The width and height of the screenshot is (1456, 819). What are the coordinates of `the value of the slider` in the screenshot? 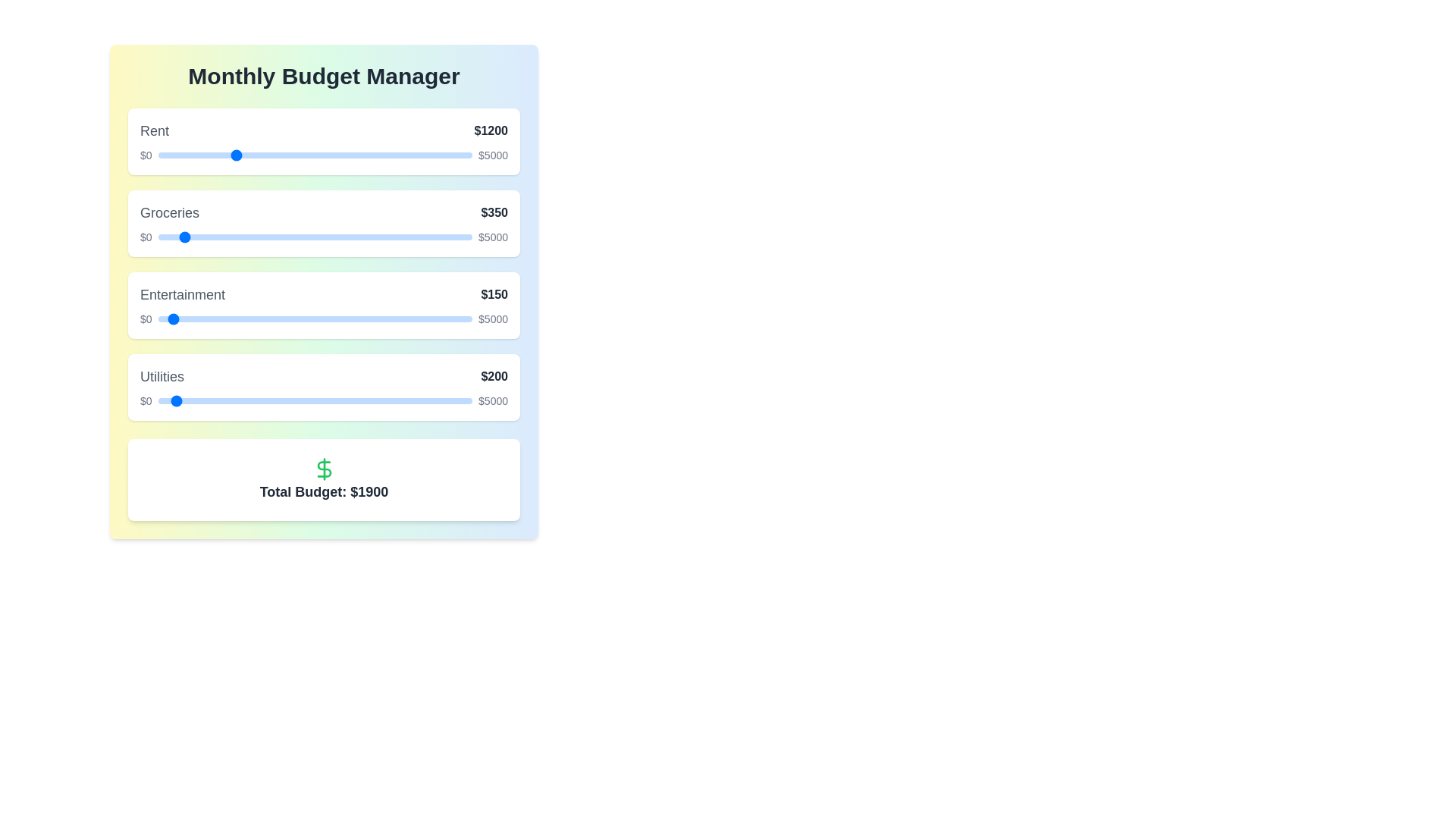 It's located at (369, 318).